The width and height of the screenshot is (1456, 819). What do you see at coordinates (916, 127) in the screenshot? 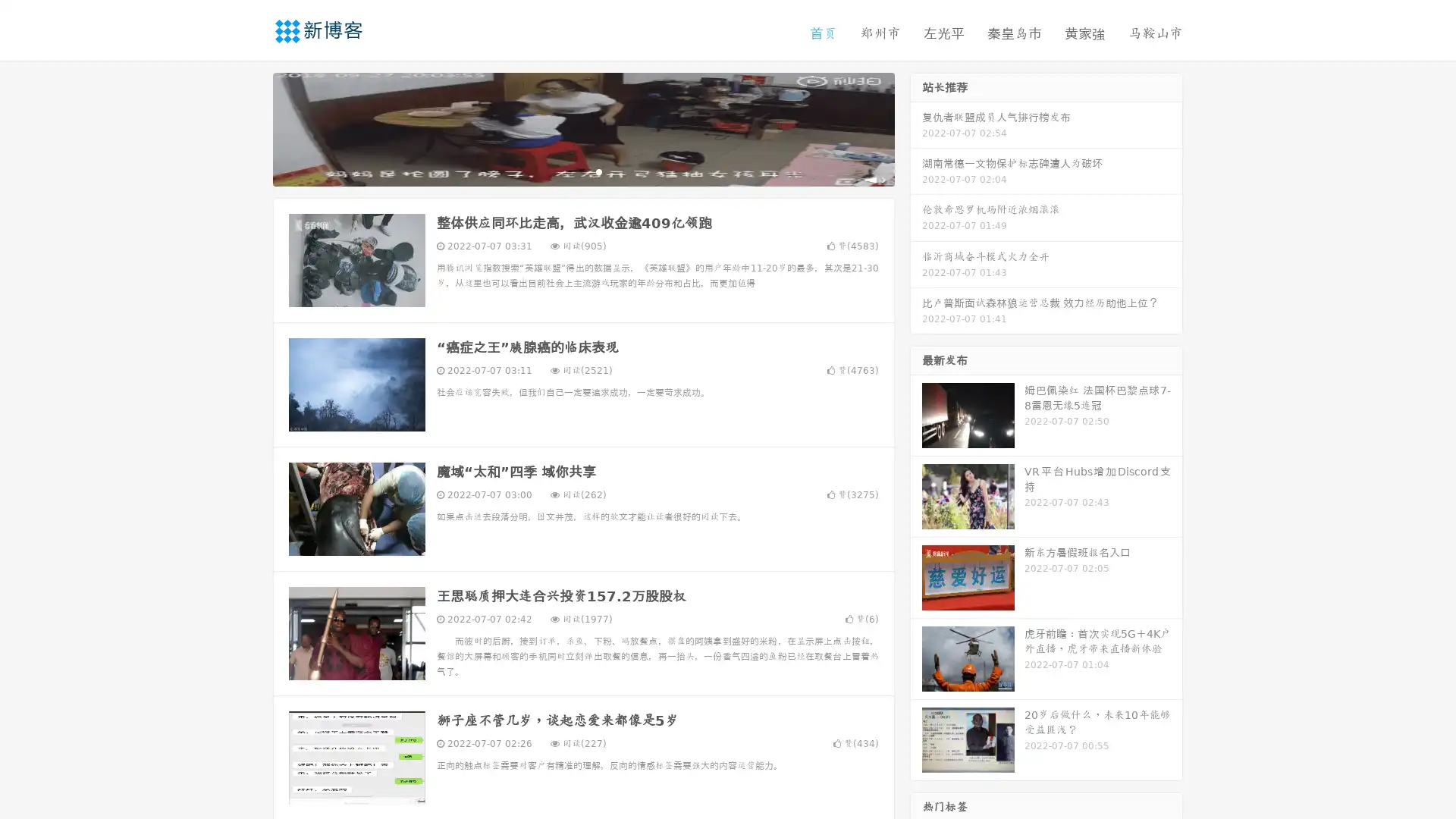
I see `Next slide` at bounding box center [916, 127].